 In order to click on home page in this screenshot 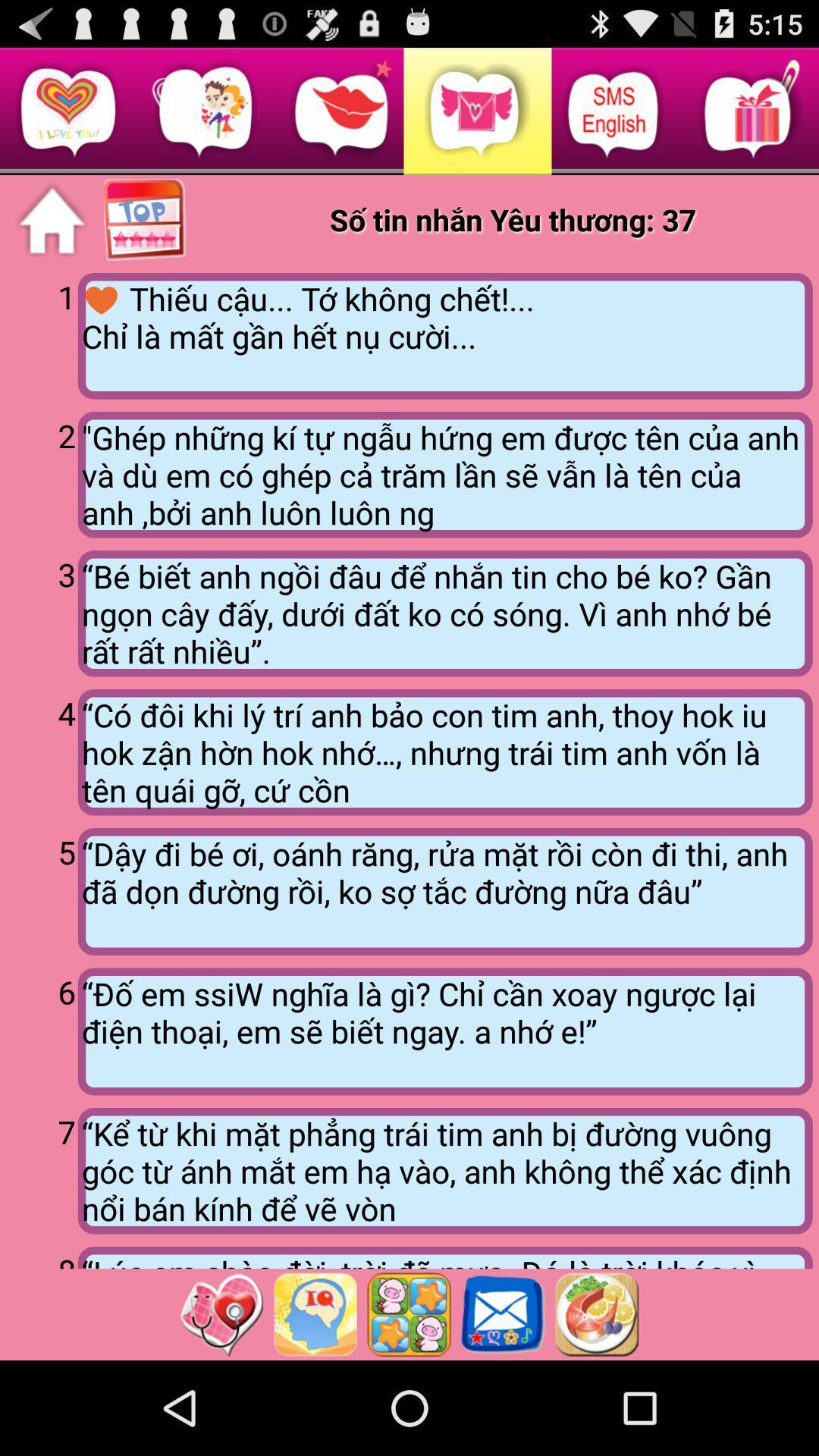, I will do `click(51, 220)`.